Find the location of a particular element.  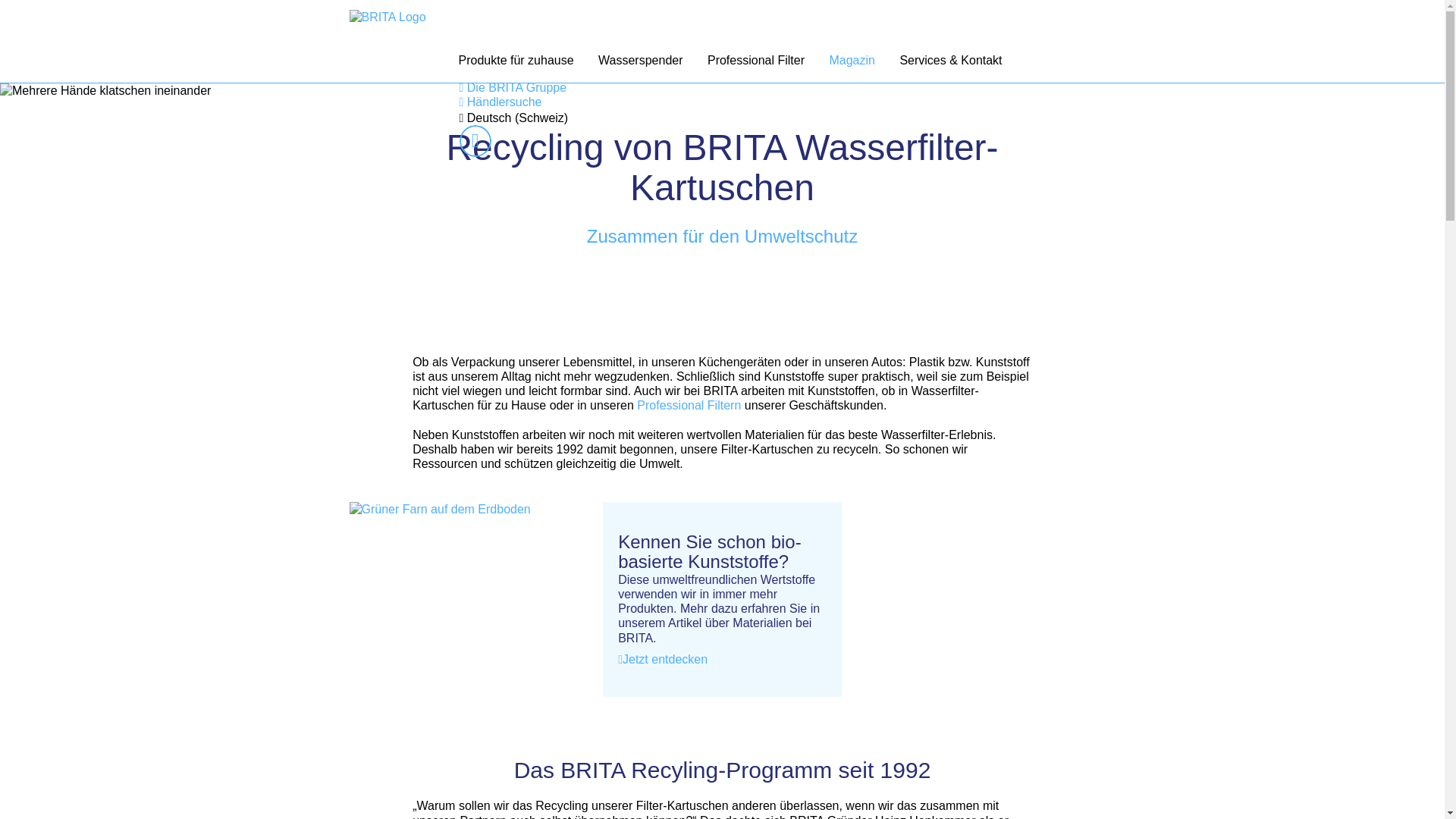

'Deutsch (Schweiz)' is located at coordinates (458, 117).